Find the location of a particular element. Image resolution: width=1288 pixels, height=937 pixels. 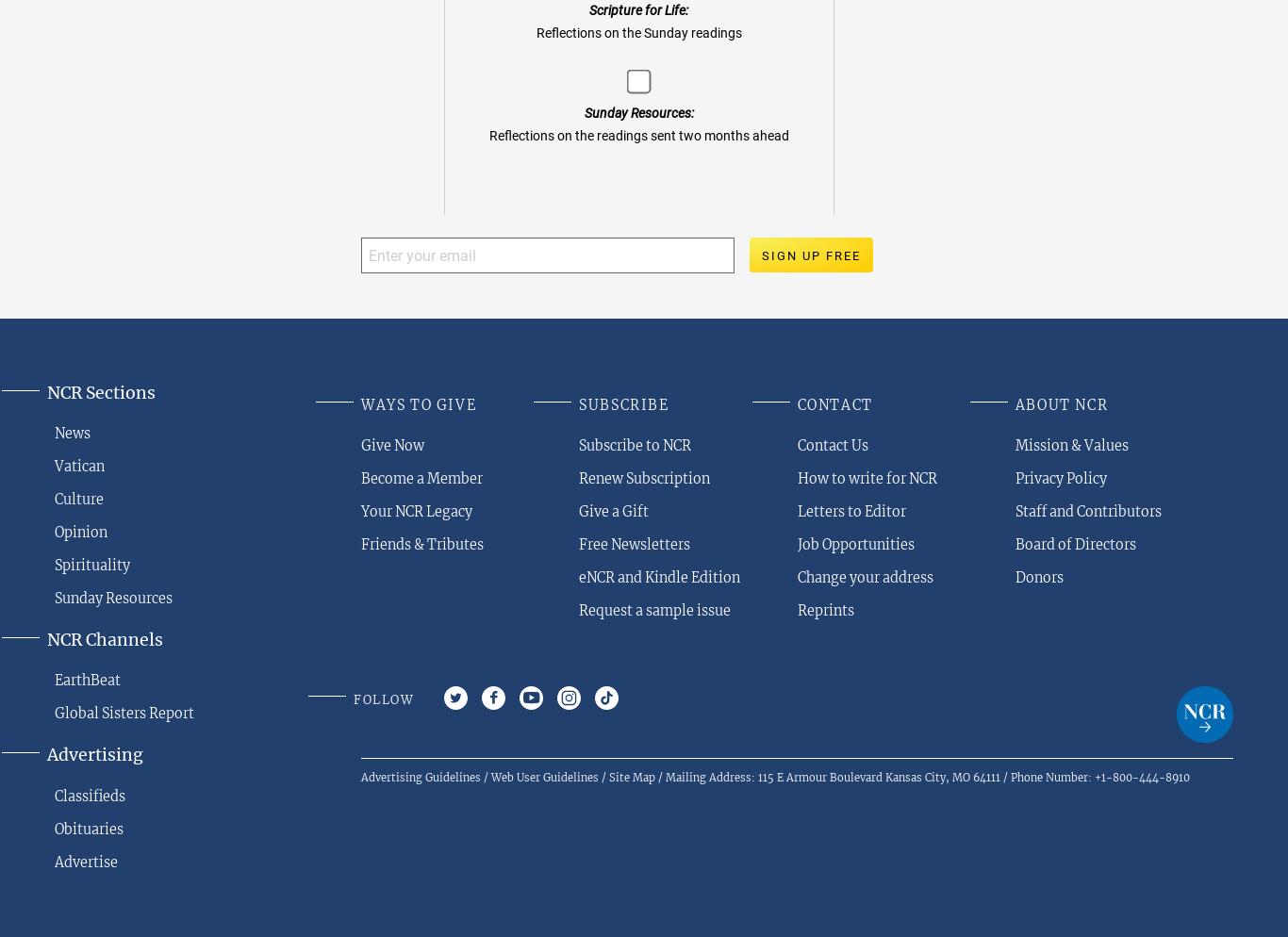

'News' is located at coordinates (55, 434).